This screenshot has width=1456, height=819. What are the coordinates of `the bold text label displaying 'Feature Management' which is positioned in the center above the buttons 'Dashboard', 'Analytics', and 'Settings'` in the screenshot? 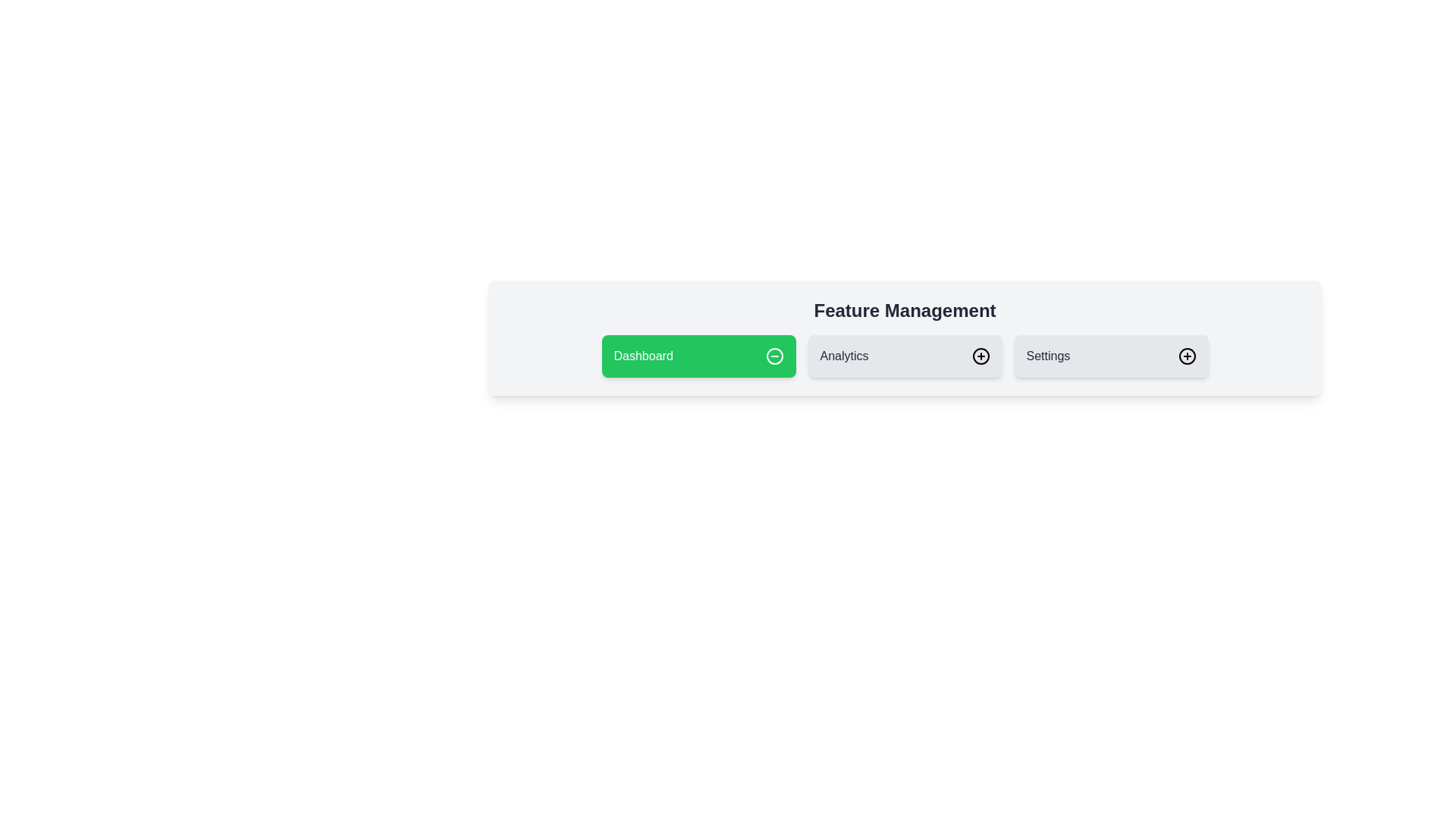 It's located at (905, 309).